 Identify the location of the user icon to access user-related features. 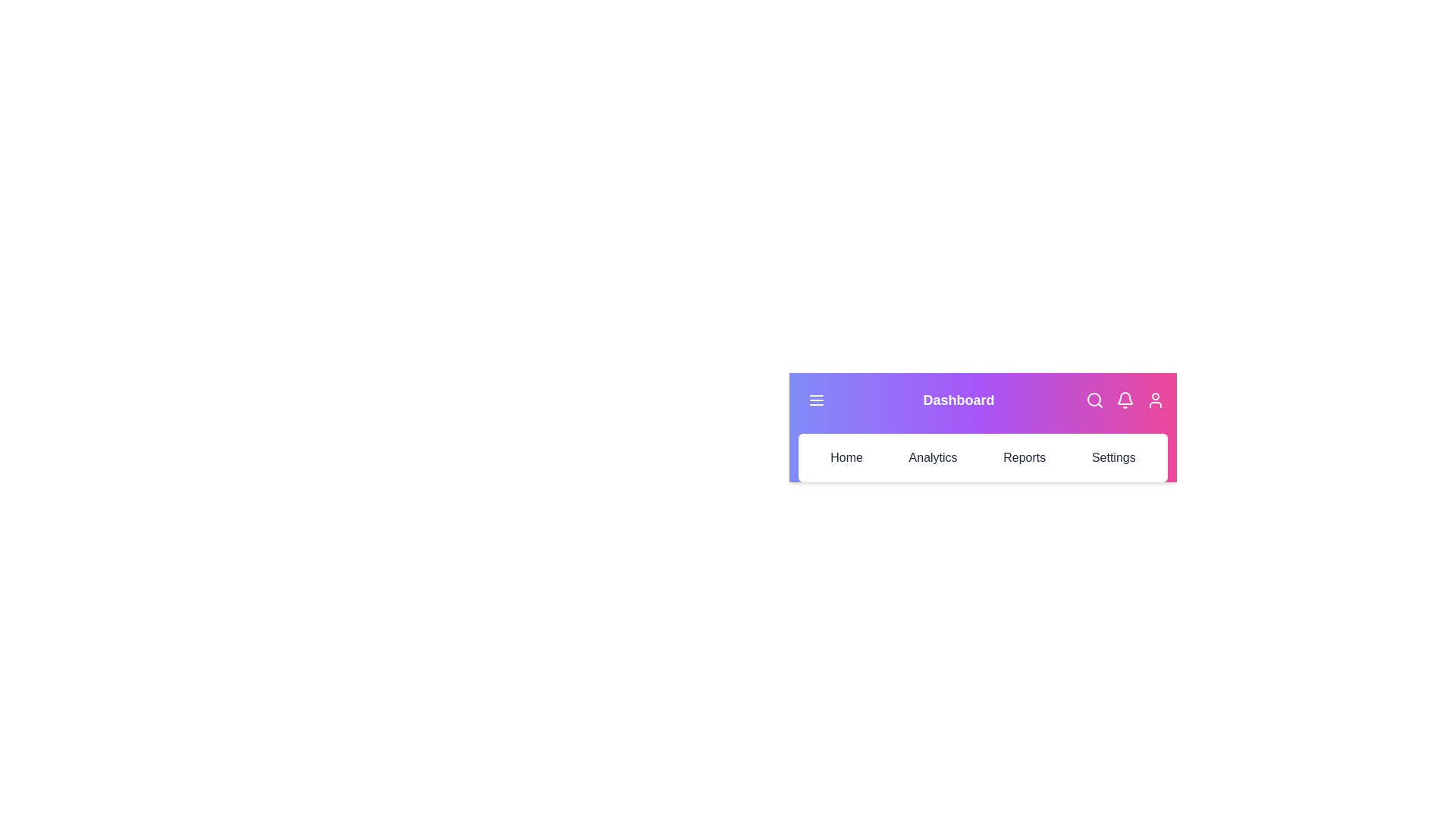
(1154, 400).